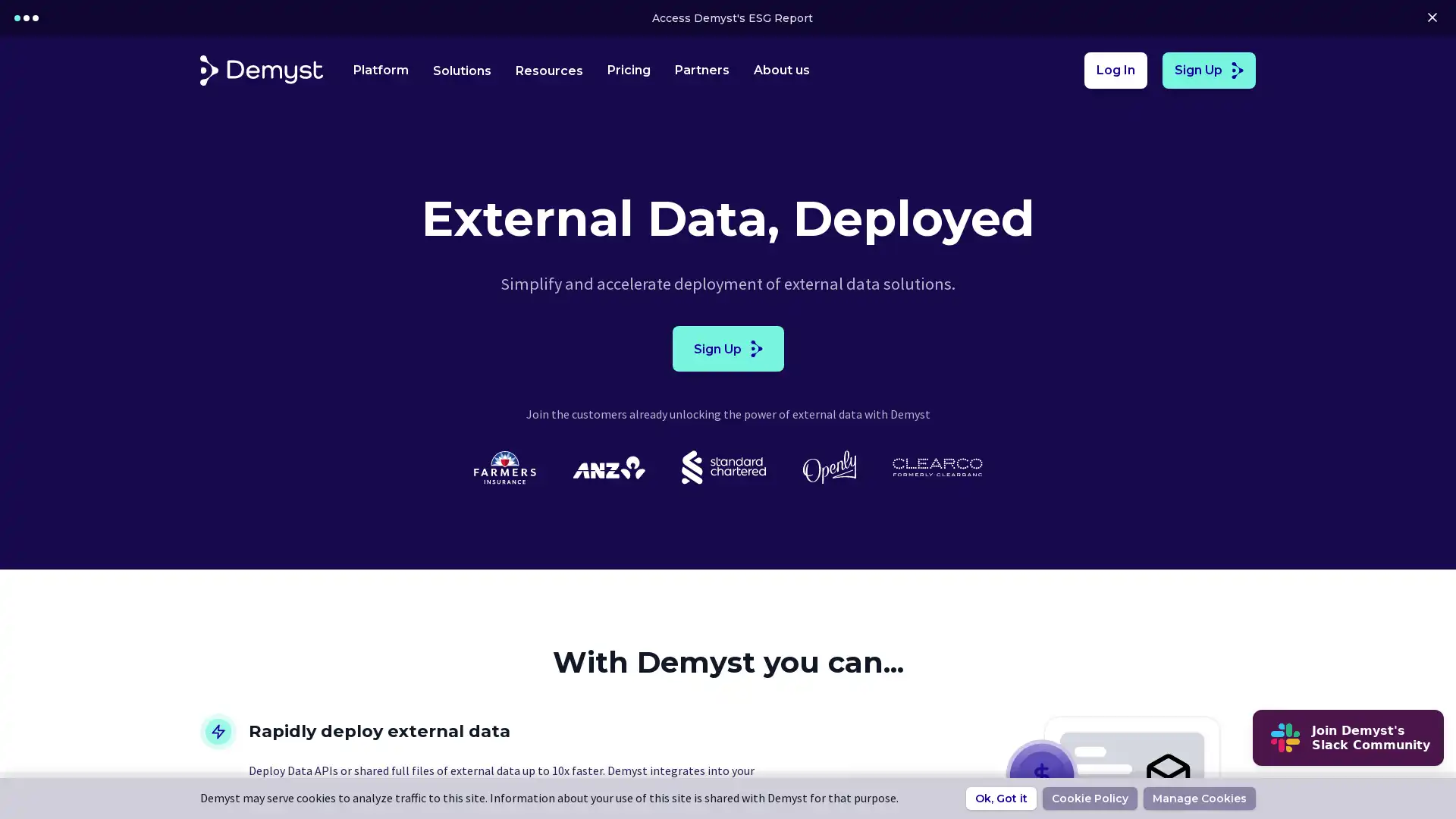 Image resolution: width=1456 pixels, height=819 pixels. What do you see at coordinates (36, 17) in the screenshot?
I see `Banner control button 2` at bounding box center [36, 17].